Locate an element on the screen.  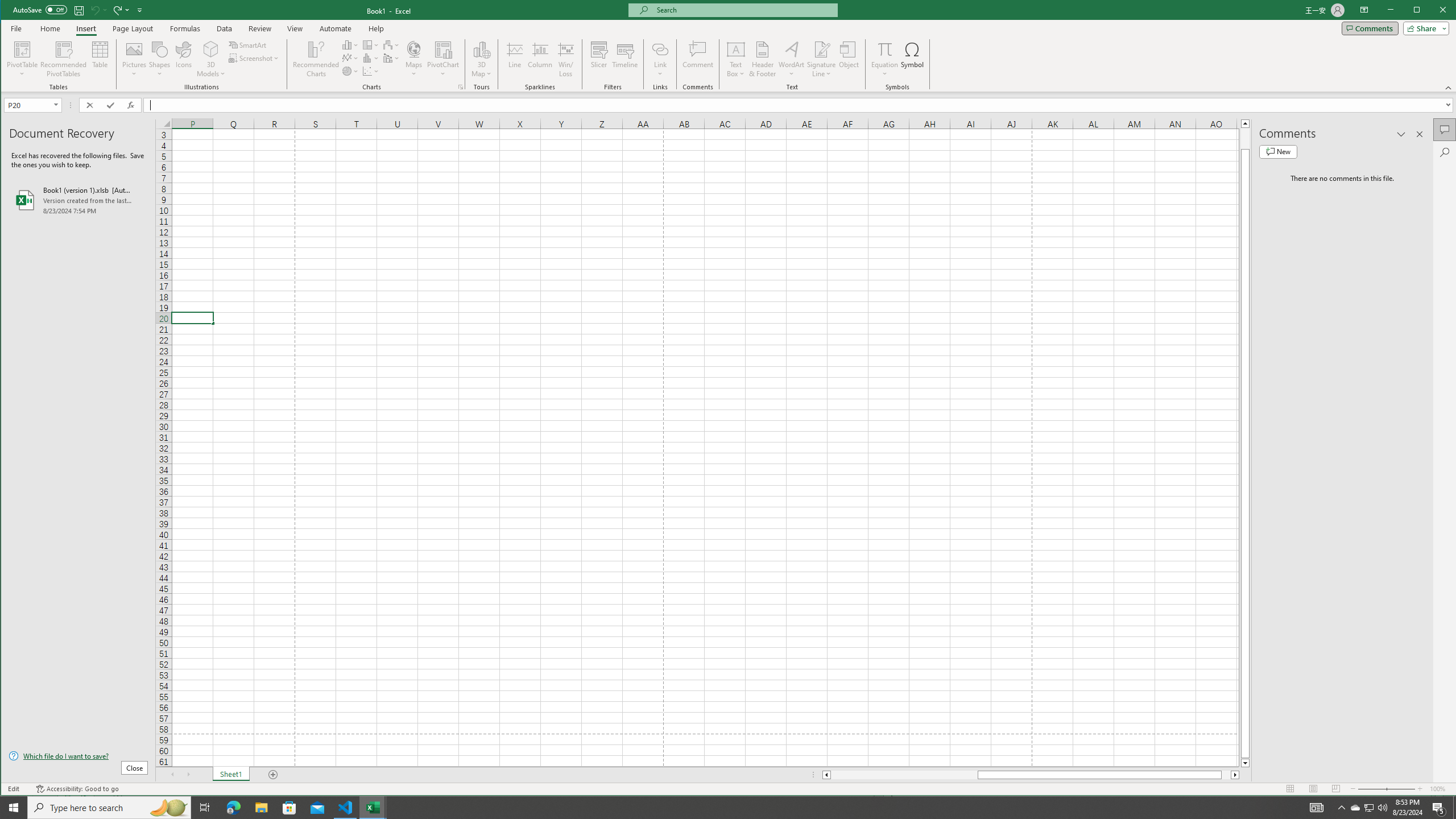
'Review' is located at coordinates (259, 28).